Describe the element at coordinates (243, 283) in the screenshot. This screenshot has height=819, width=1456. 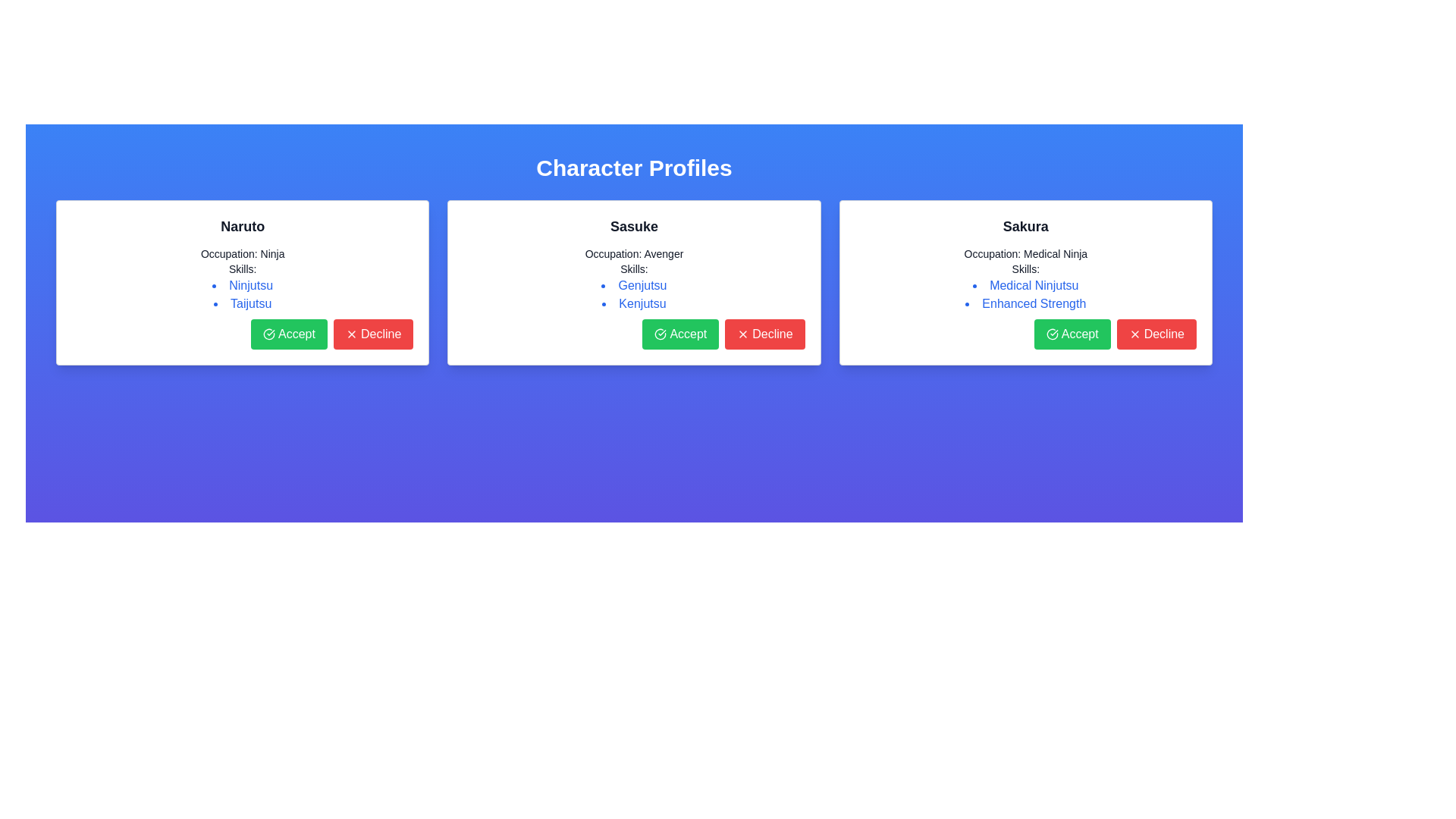
I see `the linked skills in the Profile card for 'Naruto', which contains clickable blue links for skills` at that location.